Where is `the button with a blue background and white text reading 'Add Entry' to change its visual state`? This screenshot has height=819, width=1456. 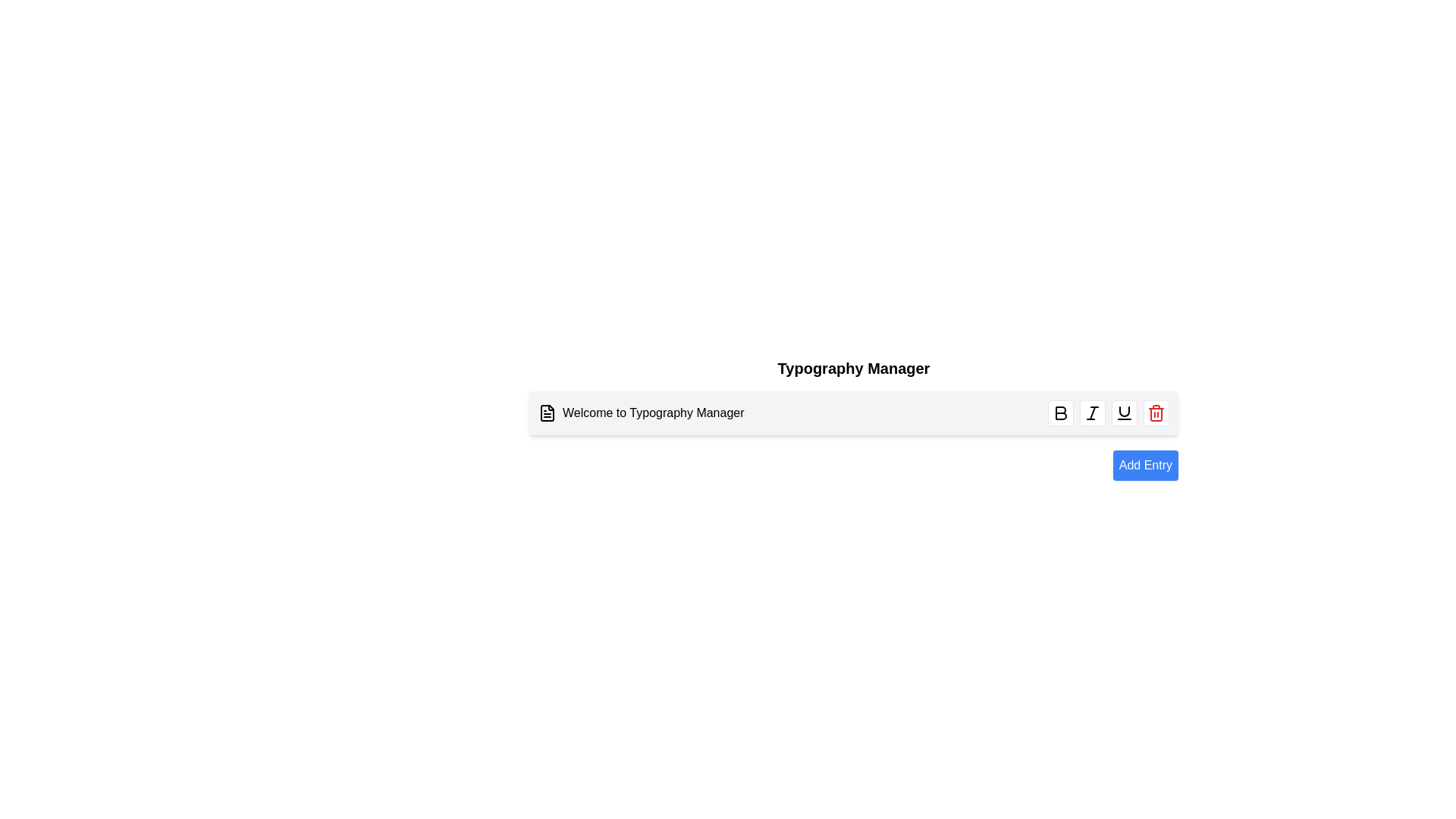
the button with a blue background and white text reading 'Add Entry' to change its visual state is located at coordinates (1145, 464).